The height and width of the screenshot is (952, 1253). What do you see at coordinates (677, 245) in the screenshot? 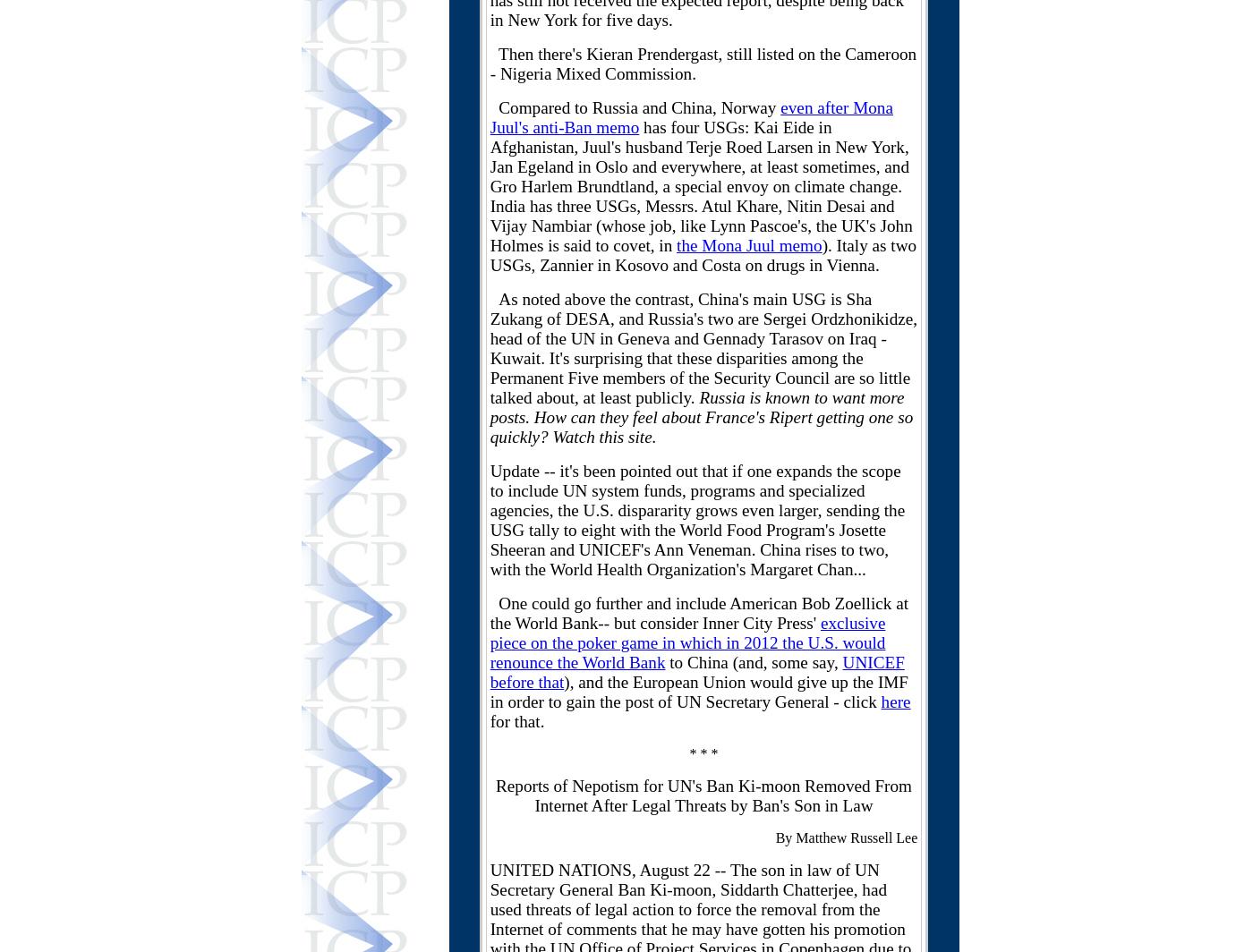
I see `'the
Mona Juul memo'` at bounding box center [677, 245].